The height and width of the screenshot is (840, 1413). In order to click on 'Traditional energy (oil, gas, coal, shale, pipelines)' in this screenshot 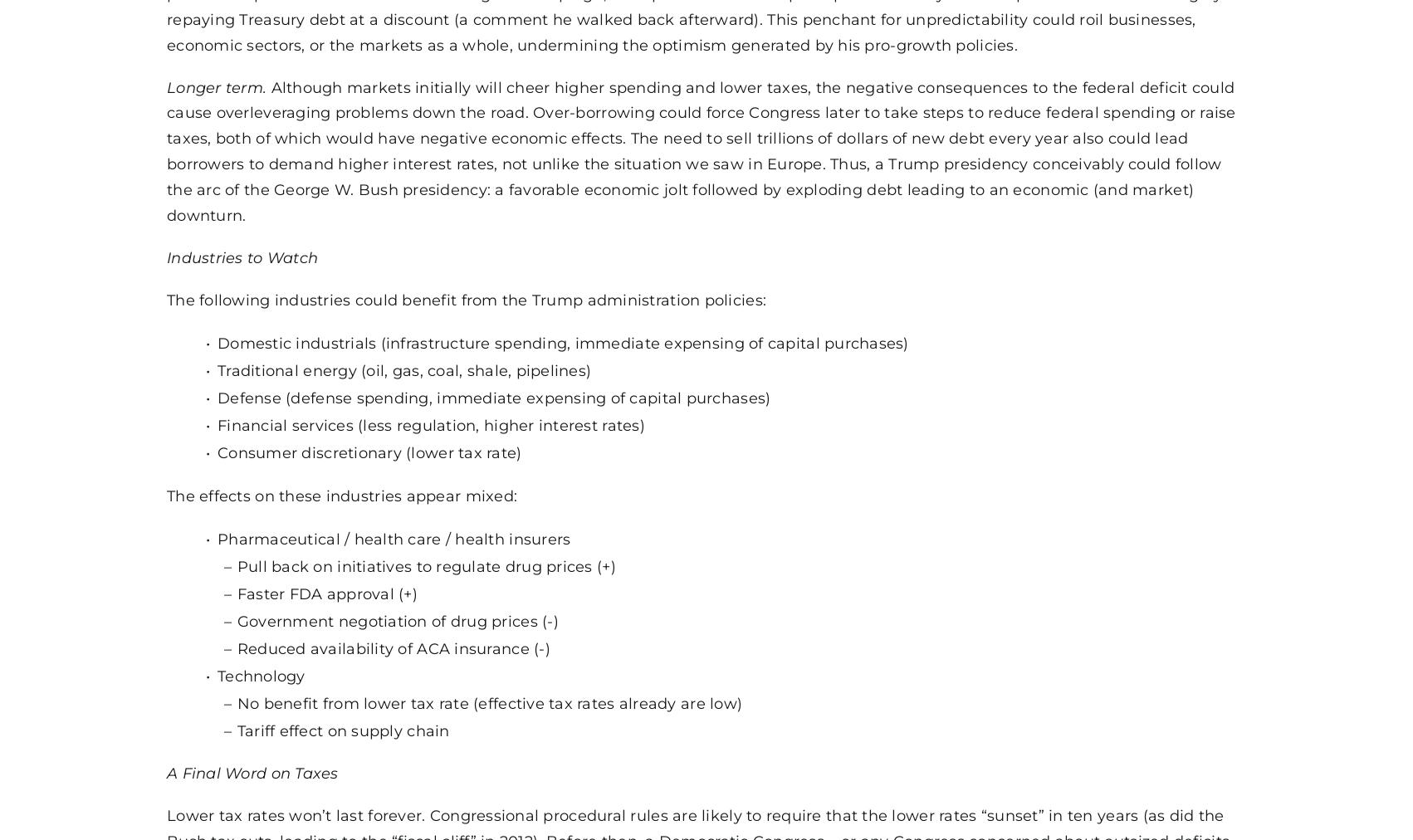, I will do `click(403, 369)`.